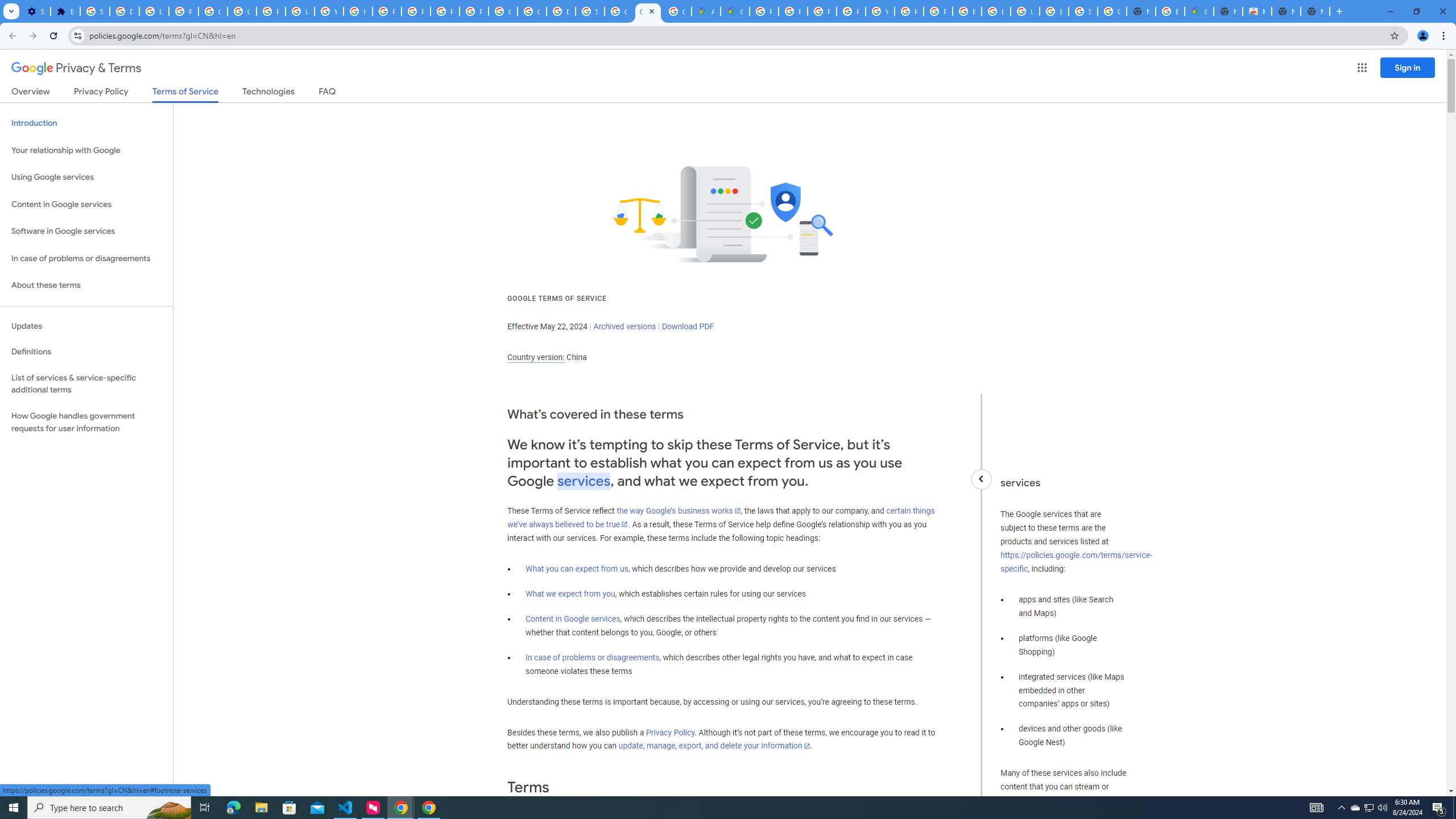  I want to click on 'Country version:', so click(535, 357).